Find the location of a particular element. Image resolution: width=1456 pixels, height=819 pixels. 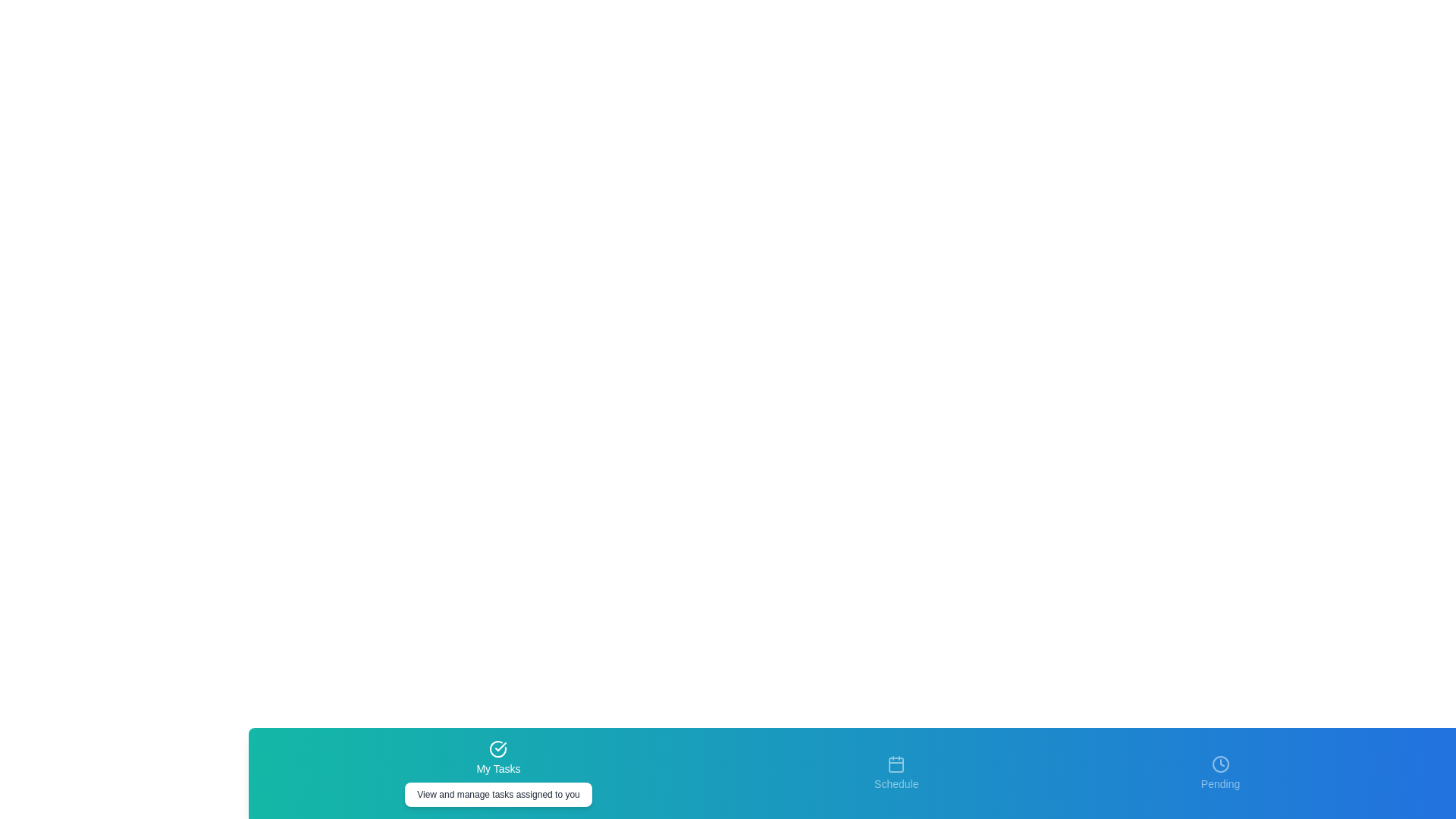

the tab labeled Schedule by clicking on its icon or label is located at coordinates (896, 773).